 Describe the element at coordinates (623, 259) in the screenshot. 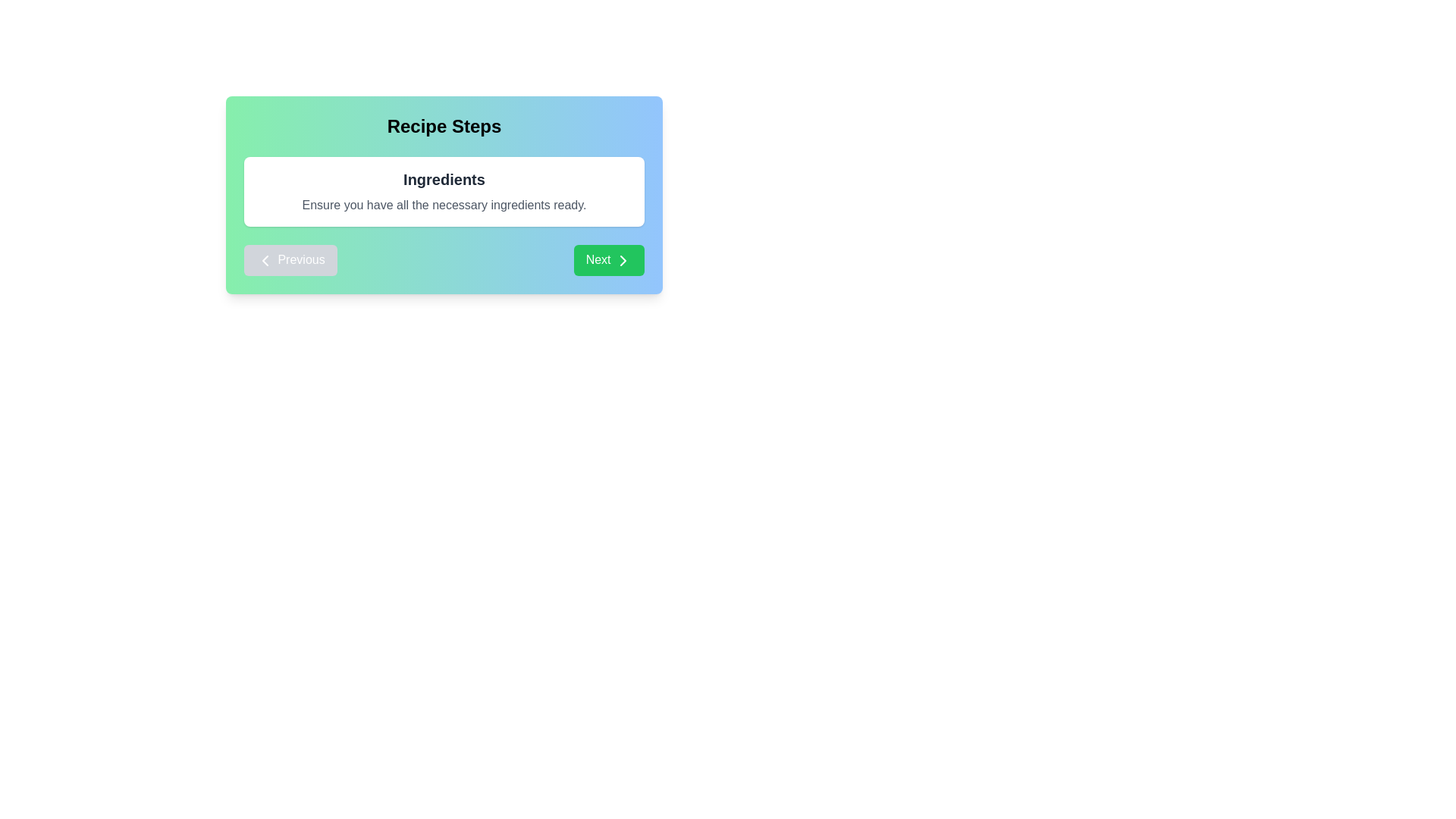

I see `the decorative icon located on the right side of the 'Next' button, which enhances the visual cue to proceed to the next step` at that location.